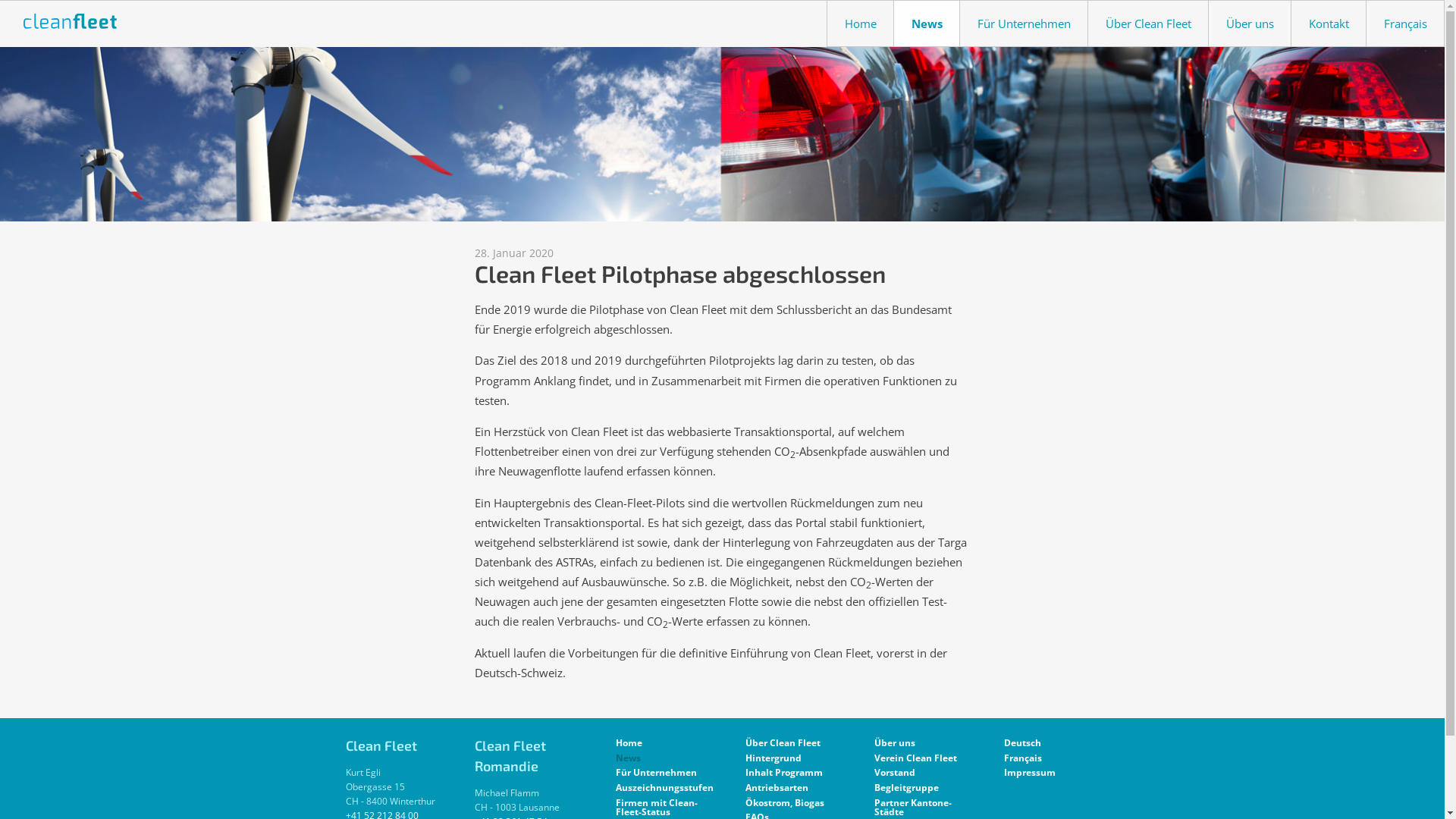 The width and height of the screenshot is (1456, 819). I want to click on 'Vorstand', so click(915, 773).